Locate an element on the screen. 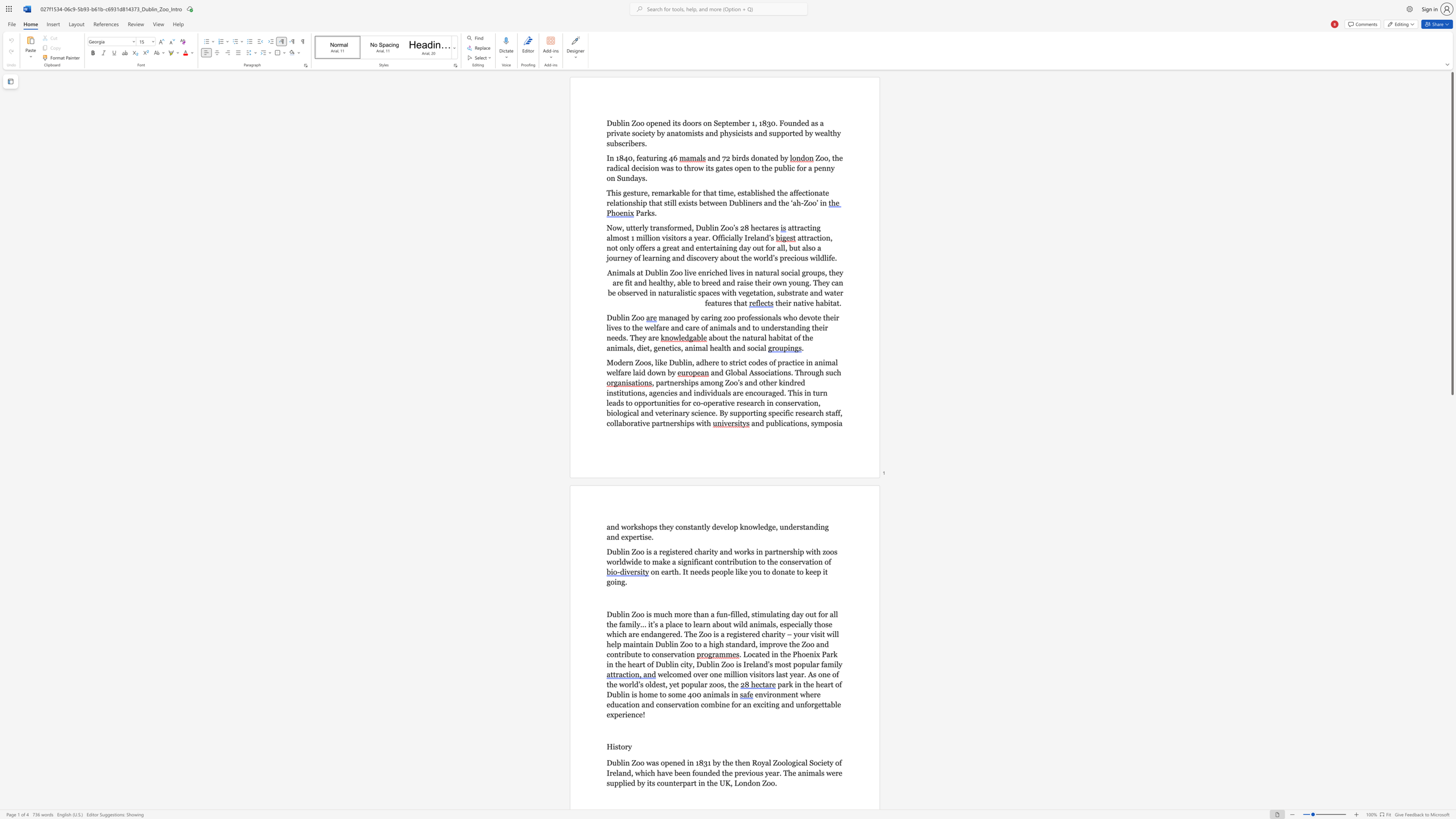 This screenshot has height=819, width=1456. the 4th character "a" in the text is located at coordinates (798, 614).